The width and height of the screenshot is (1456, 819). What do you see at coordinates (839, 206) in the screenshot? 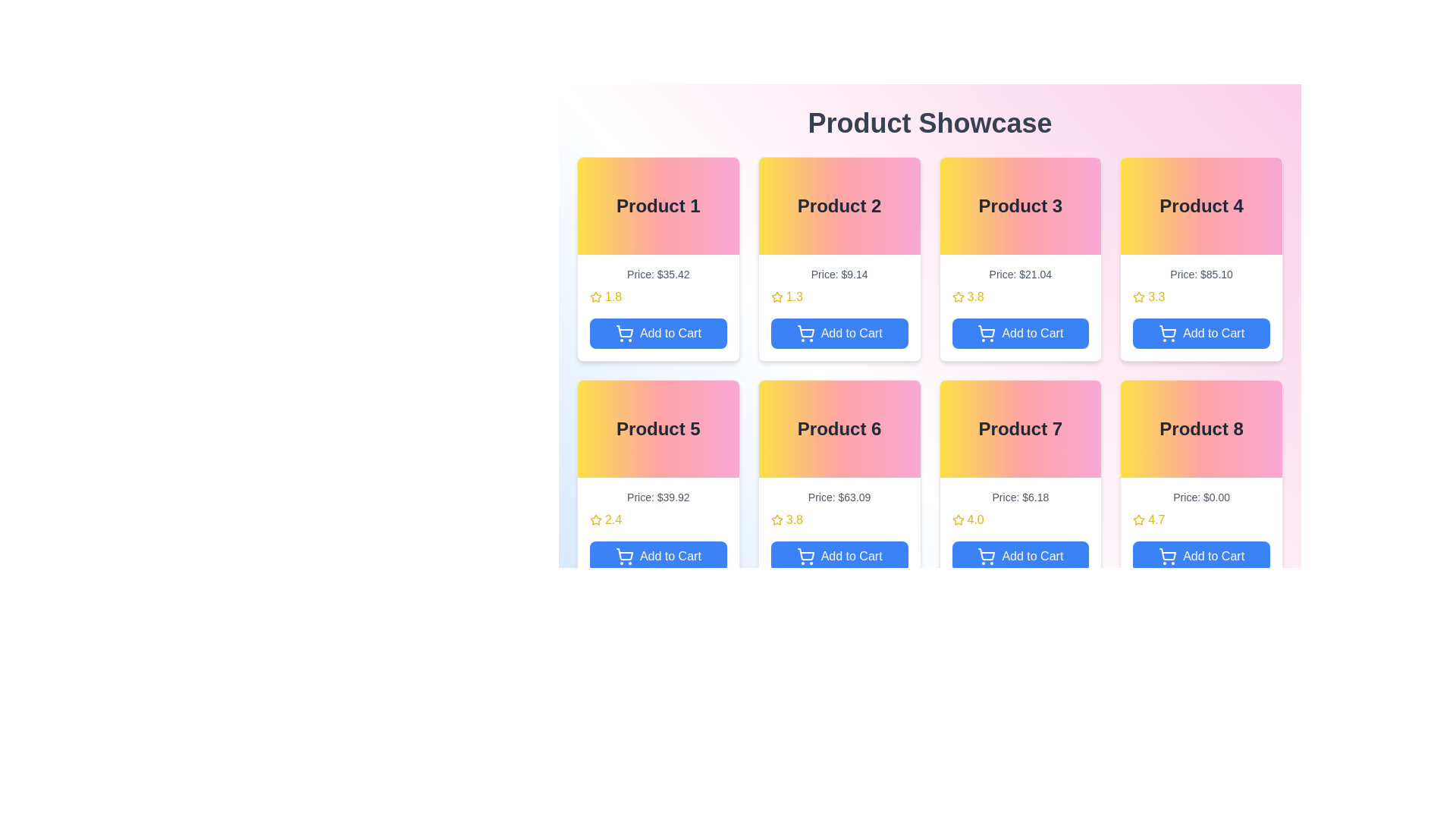
I see `the Text display with styled background that serves as the title or header for a product listing, located at the top middle of the interface in the second column of the first row` at bounding box center [839, 206].